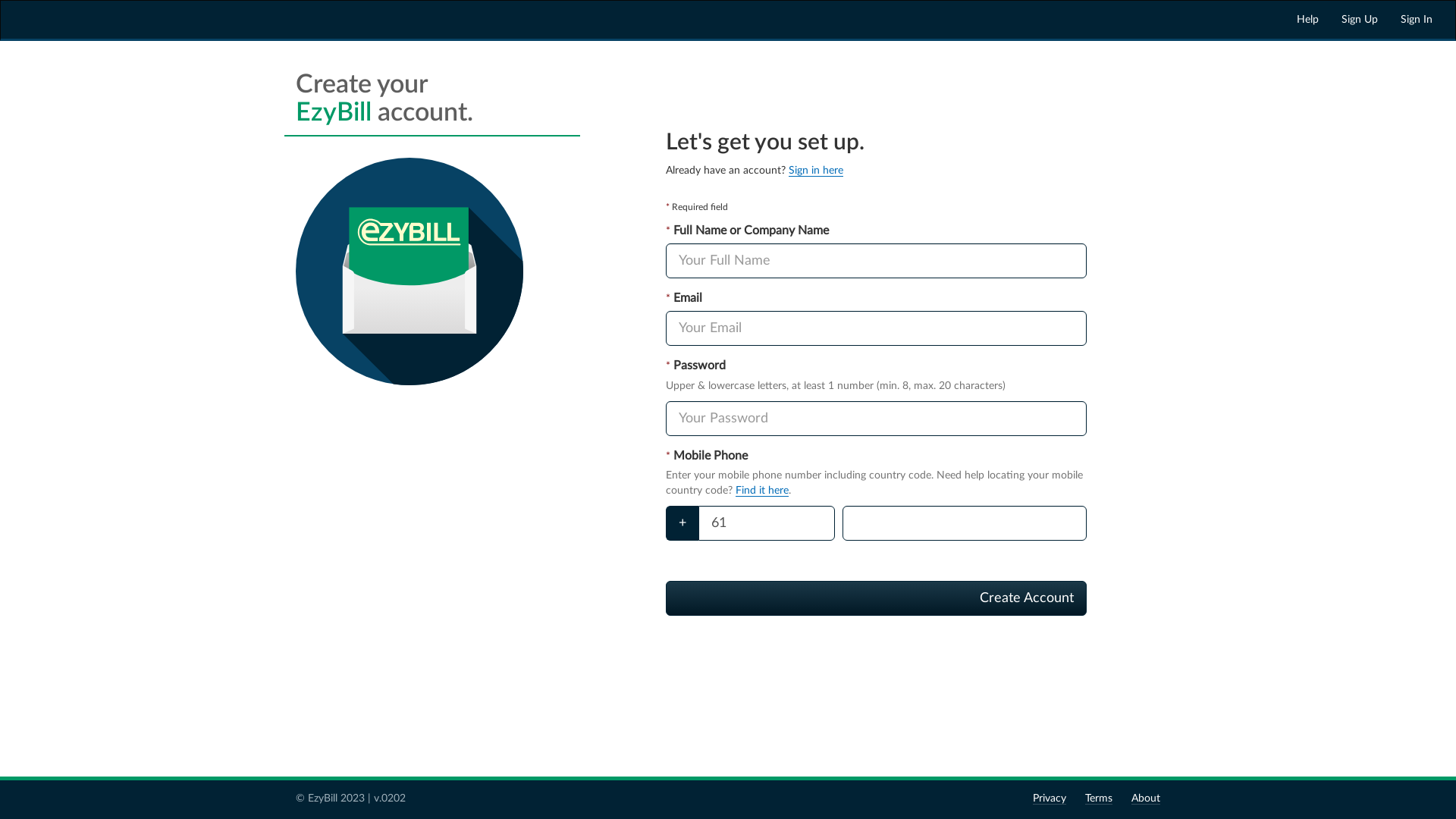 This screenshot has width=1456, height=819. Describe the element at coordinates (1415, 20) in the screenshot. I see `'Sign In'` at that location.